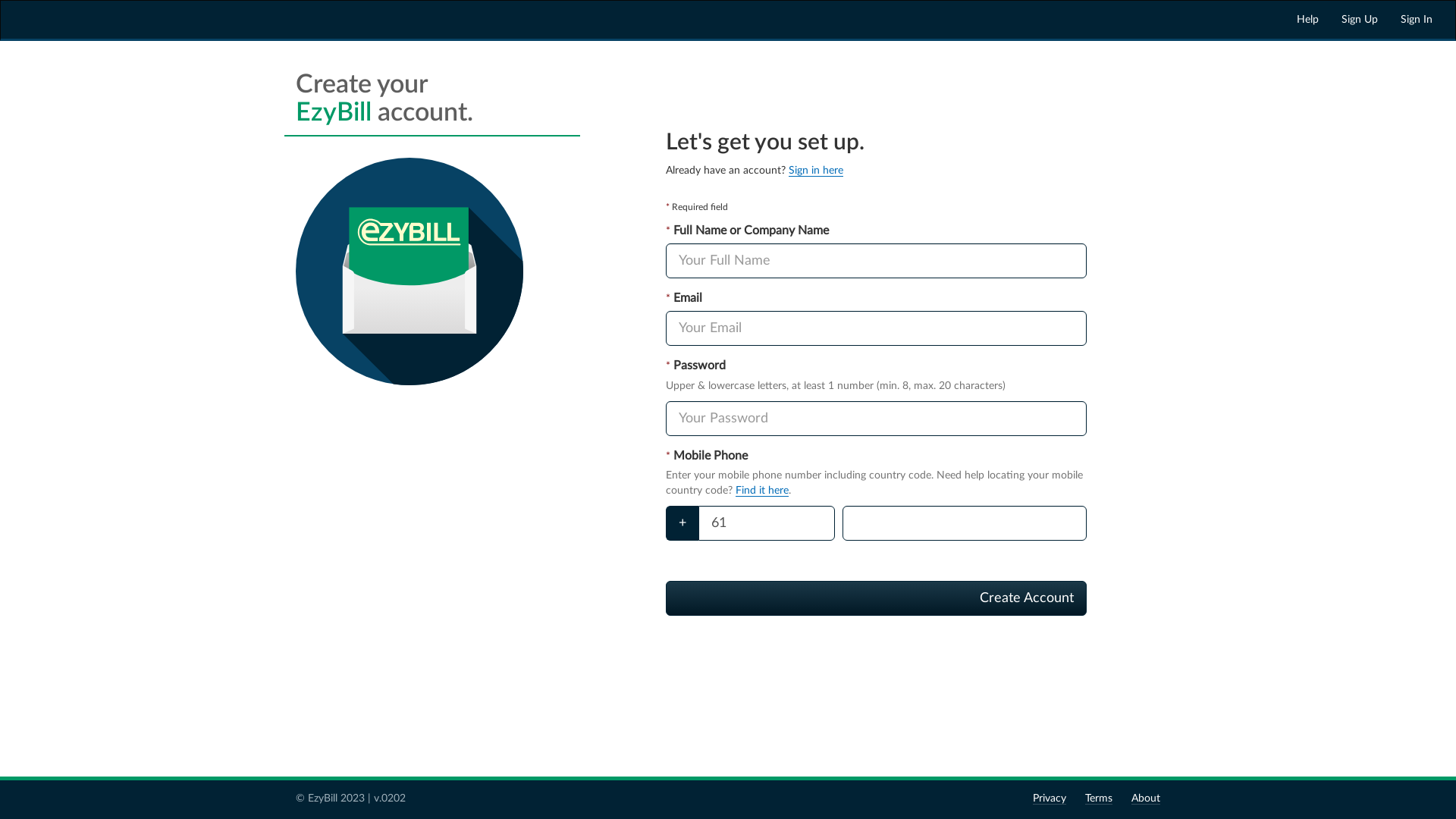 This screenshot has width=1456, height=819. Describe the element at coordinates (1415, 20) in the screenshot. I see `'Sign In'` at that location.